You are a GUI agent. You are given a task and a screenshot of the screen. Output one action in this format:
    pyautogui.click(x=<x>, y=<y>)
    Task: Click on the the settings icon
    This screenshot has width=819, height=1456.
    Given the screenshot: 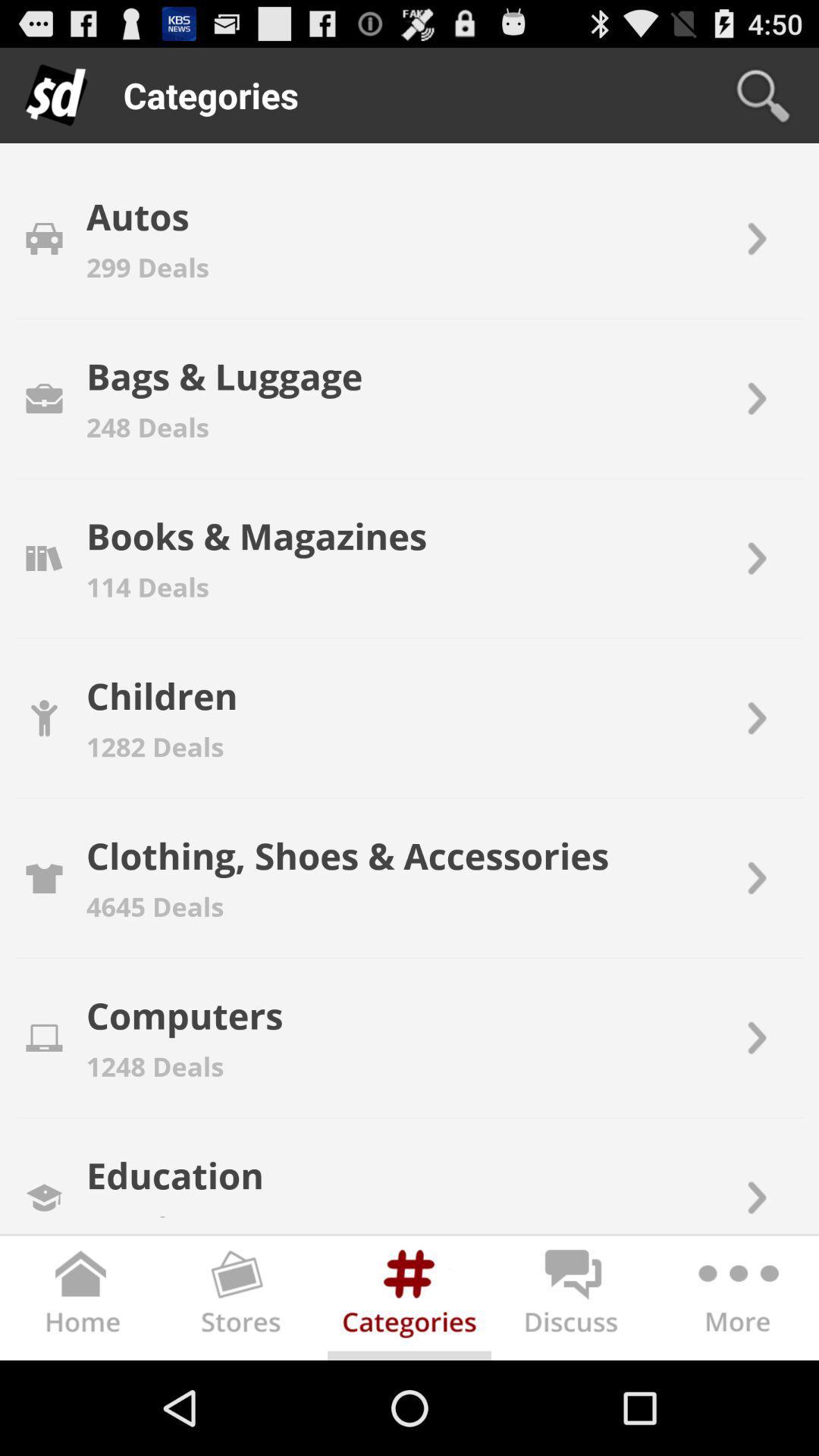 What is the action you would take?
    pyautogui.click(x=409, y=1392)
    